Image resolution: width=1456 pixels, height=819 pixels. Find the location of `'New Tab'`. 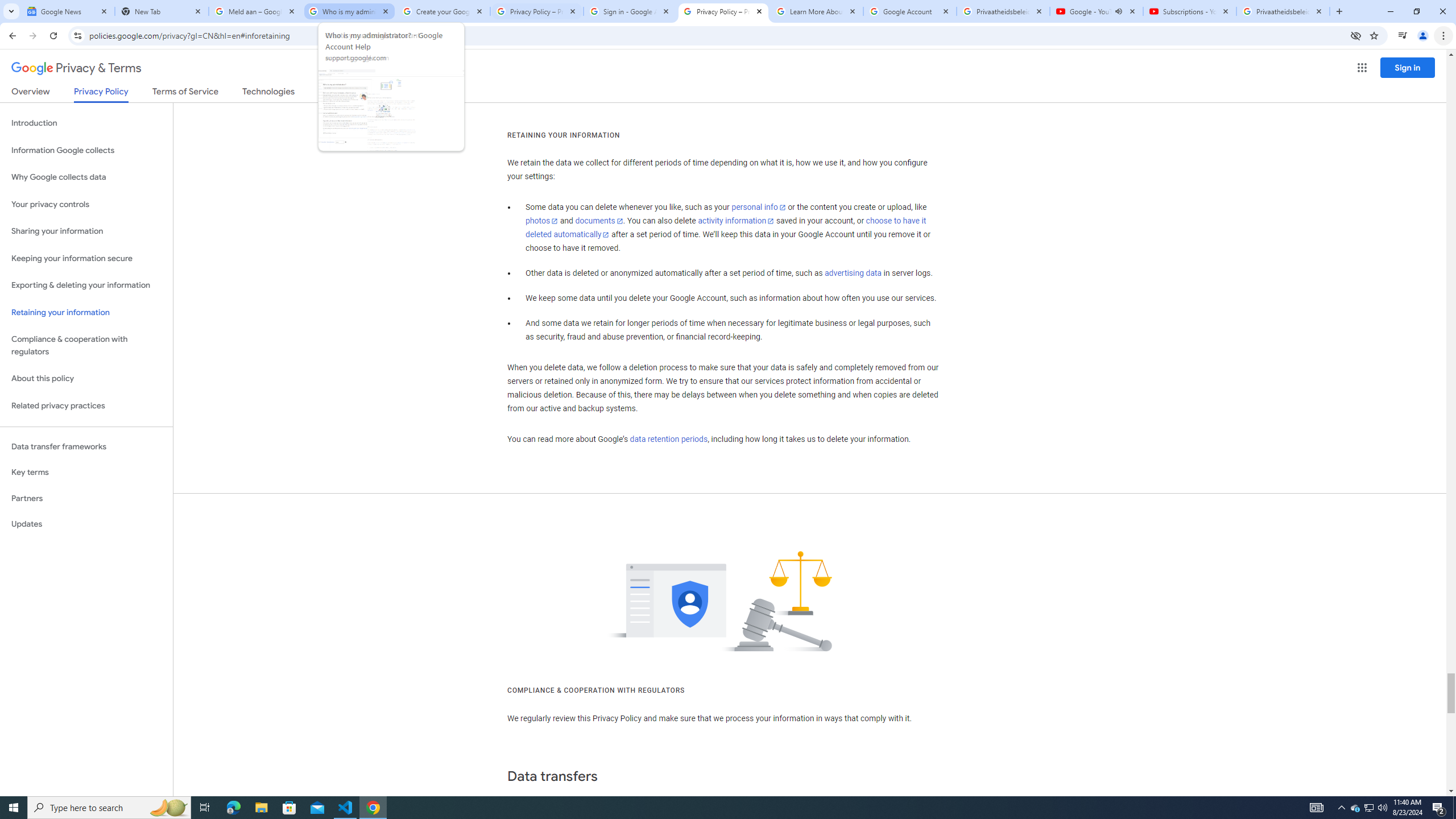

'New Tab' is located at coordinates (162, 11).